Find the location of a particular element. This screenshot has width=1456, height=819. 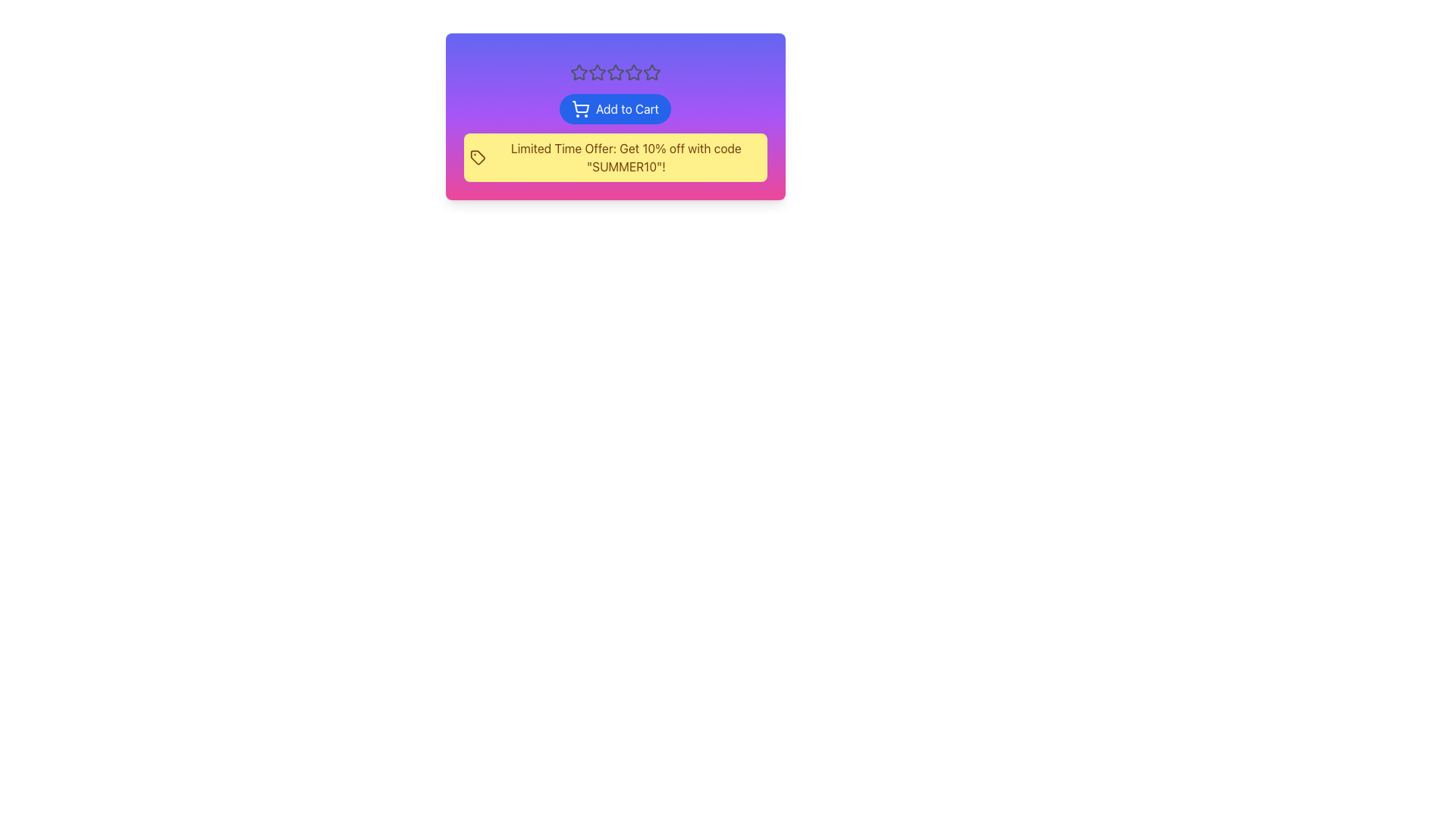

the discount tag icon located to the left of the yellow notification bar that displays a discount code message is located at coordinates (476, 158).